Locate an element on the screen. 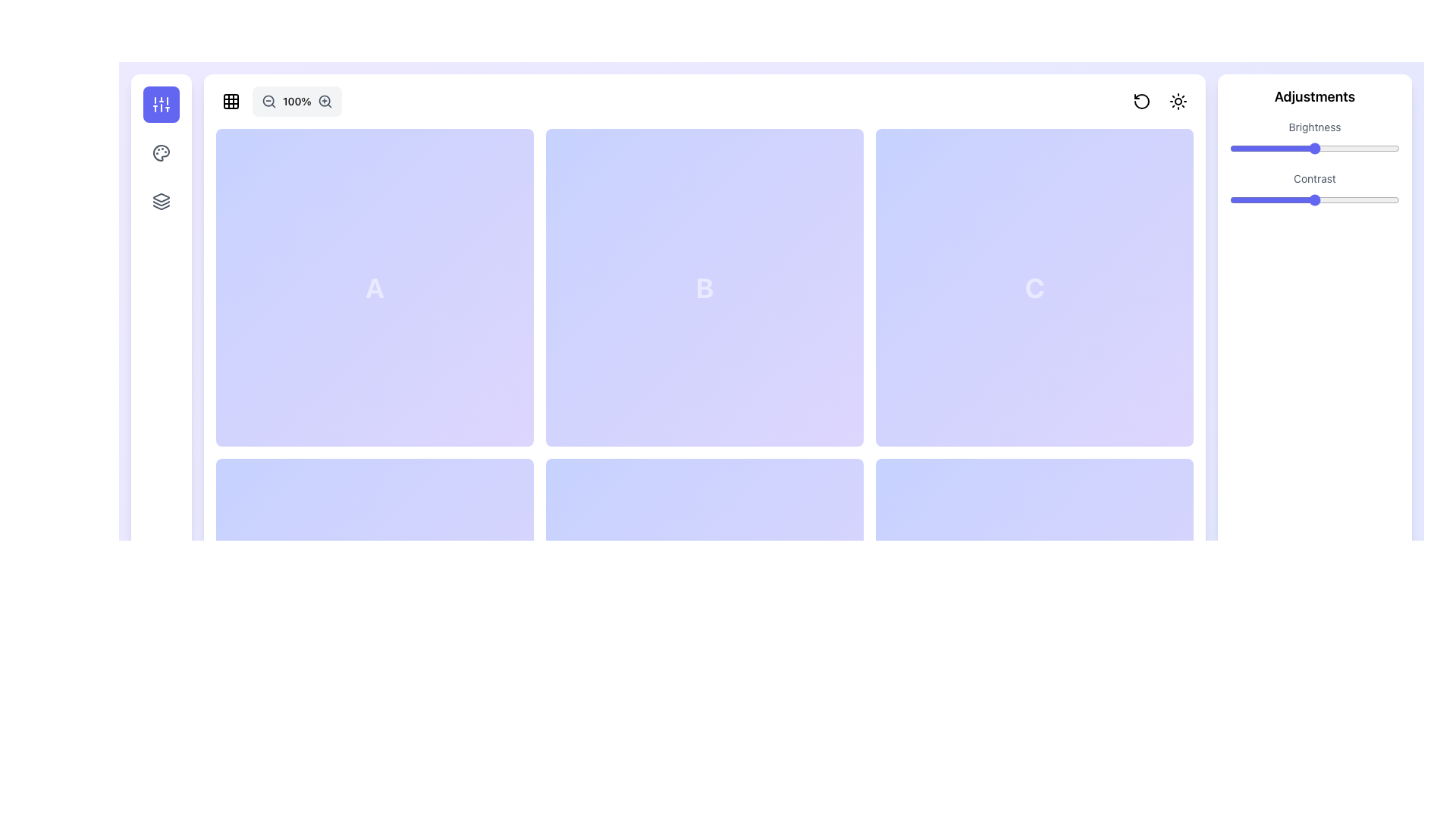 The width and height of the screenshot is (1456, 819). the SVG icon in the side navbar that represents an art or design-related feature is located at coordinates (161, 152).